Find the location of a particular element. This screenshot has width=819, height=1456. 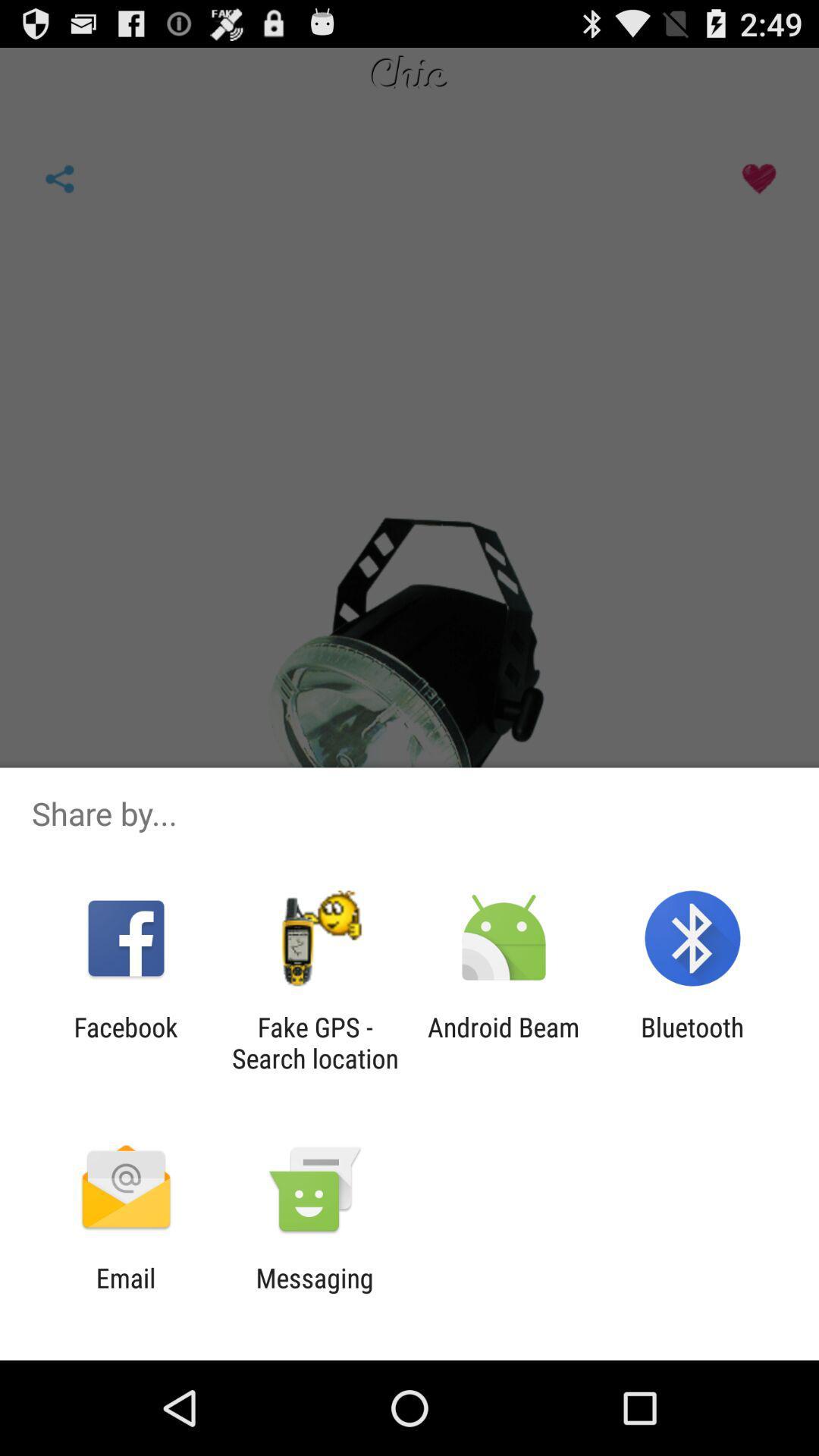

icon to the right of the android beam app is located at coordinates (692, 1042).